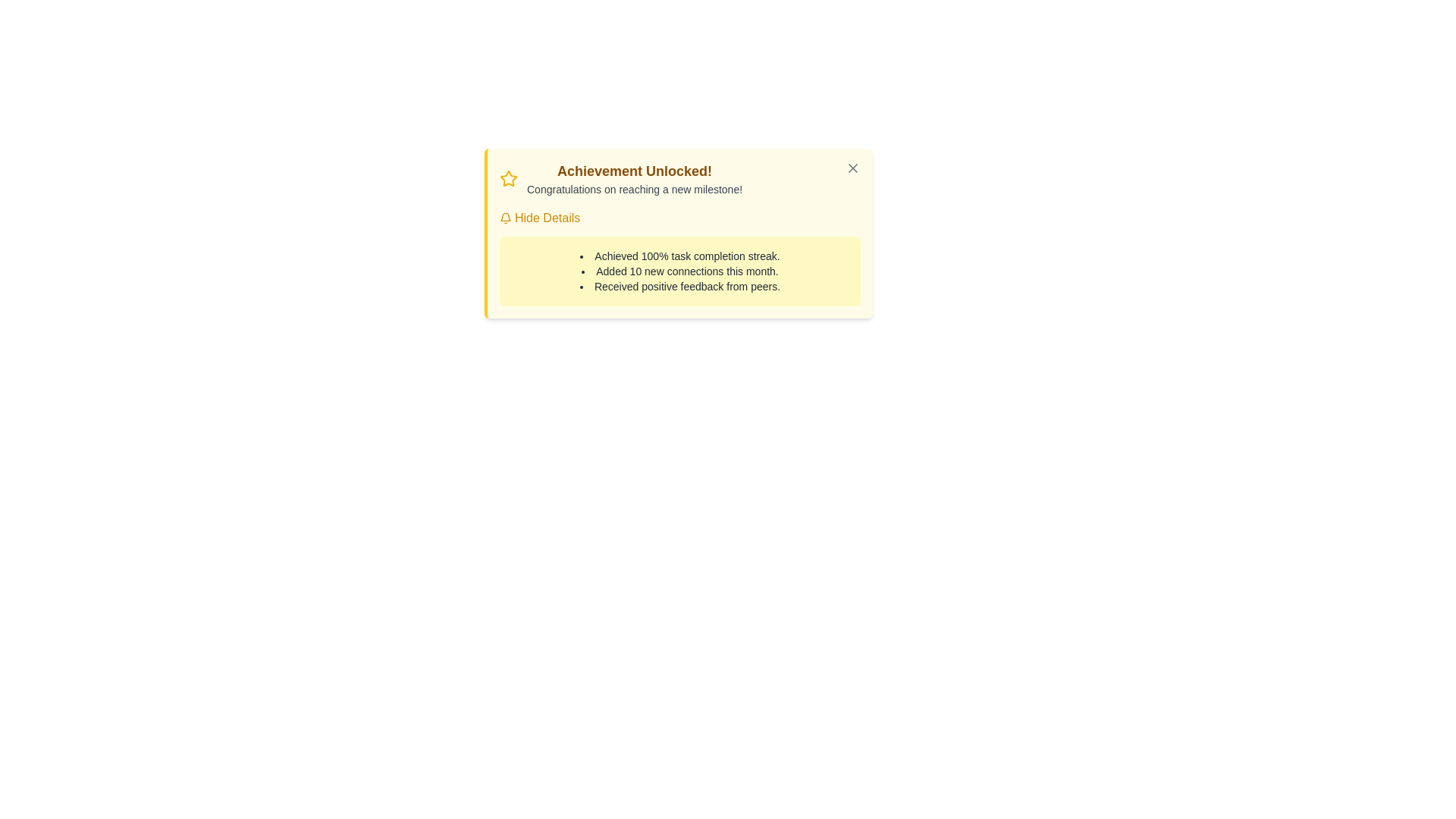 The width and height of the screenshot is (1456, 819). I want to click on the close button icon in the top-right corner of the 'Achievement Unlocked!' notification box, so click(852, 168).